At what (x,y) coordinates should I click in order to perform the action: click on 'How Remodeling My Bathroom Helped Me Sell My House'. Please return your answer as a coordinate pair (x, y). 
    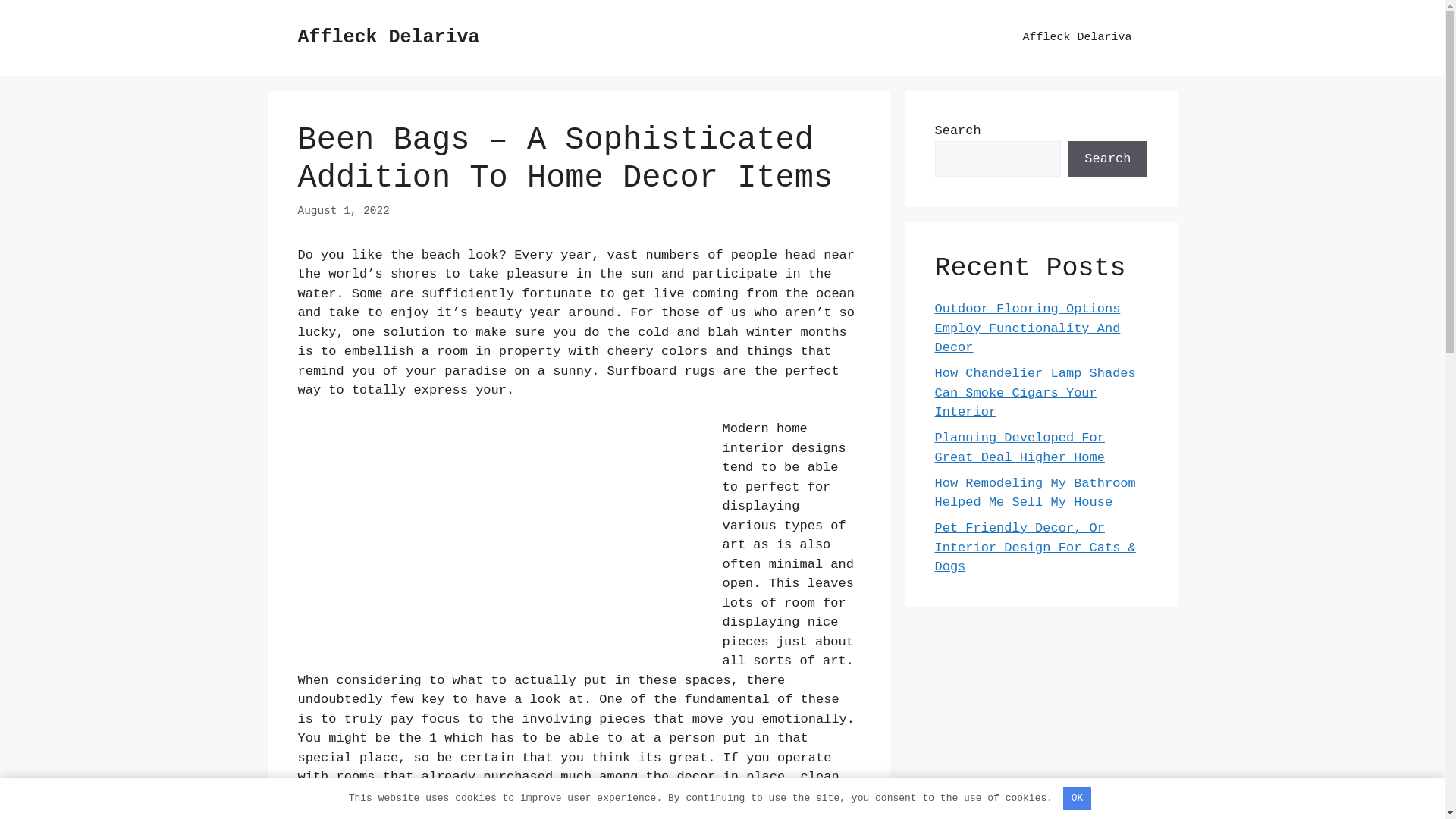
    Looking at the image, I should click on (934, 493).